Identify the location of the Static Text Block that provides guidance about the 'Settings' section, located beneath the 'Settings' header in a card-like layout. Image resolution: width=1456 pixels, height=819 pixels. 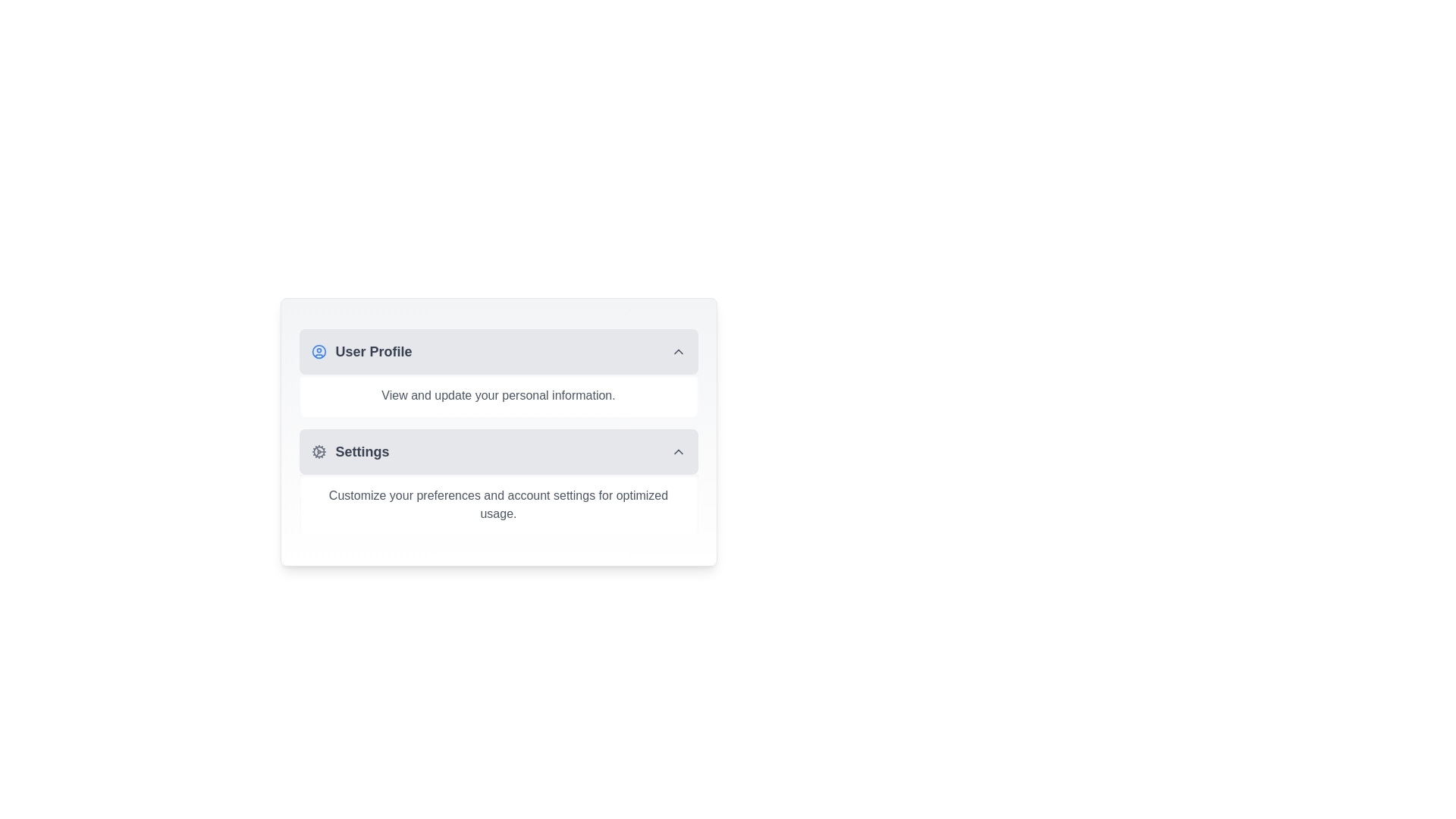
(498, 505).